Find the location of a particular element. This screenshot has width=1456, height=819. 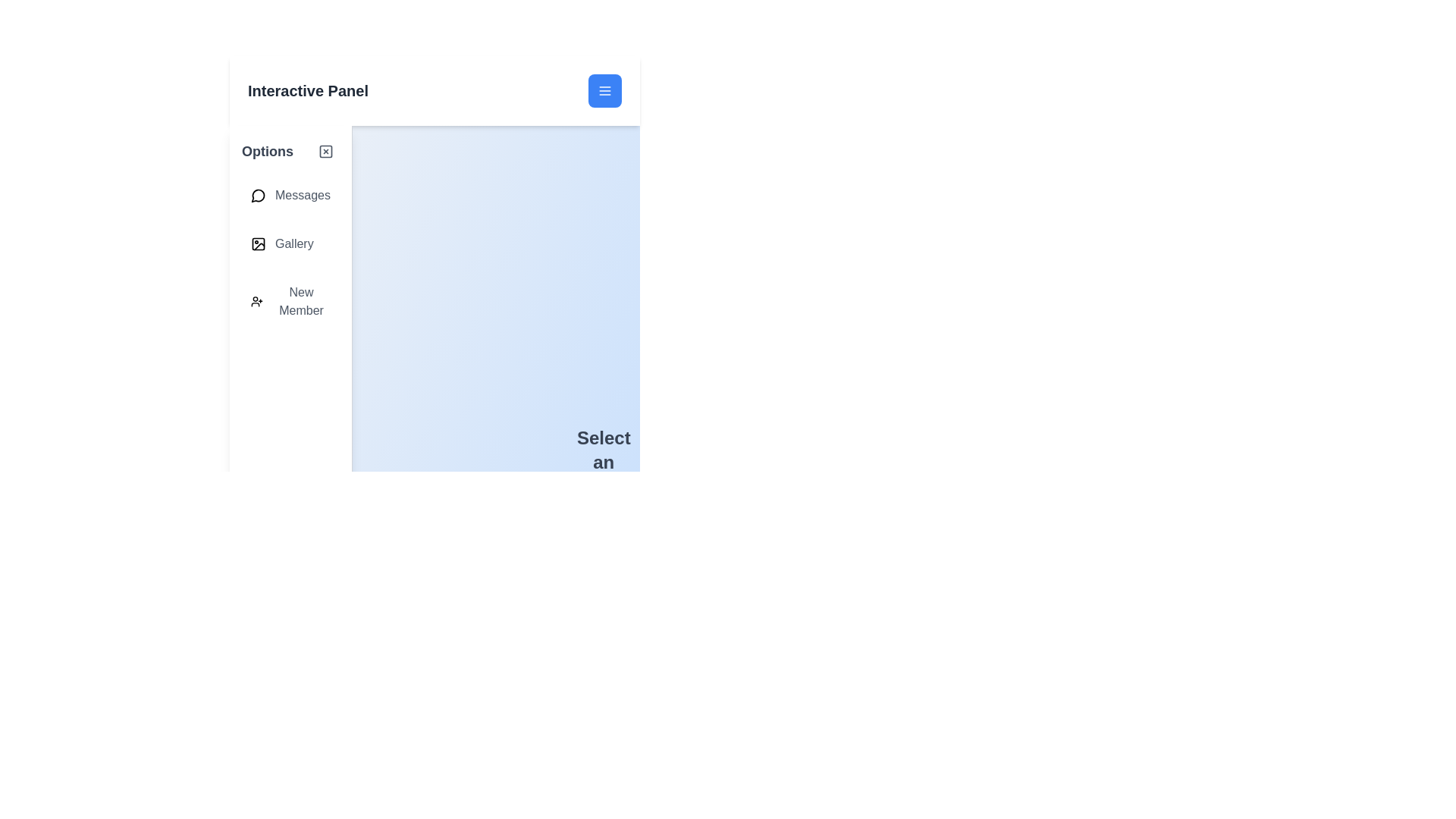

the menu icon button, which is an SVG icon with three parallel horizontal lines located inside a blue rounded rectangle in the top-right corner of the interface is located at coordinates (604, 90).